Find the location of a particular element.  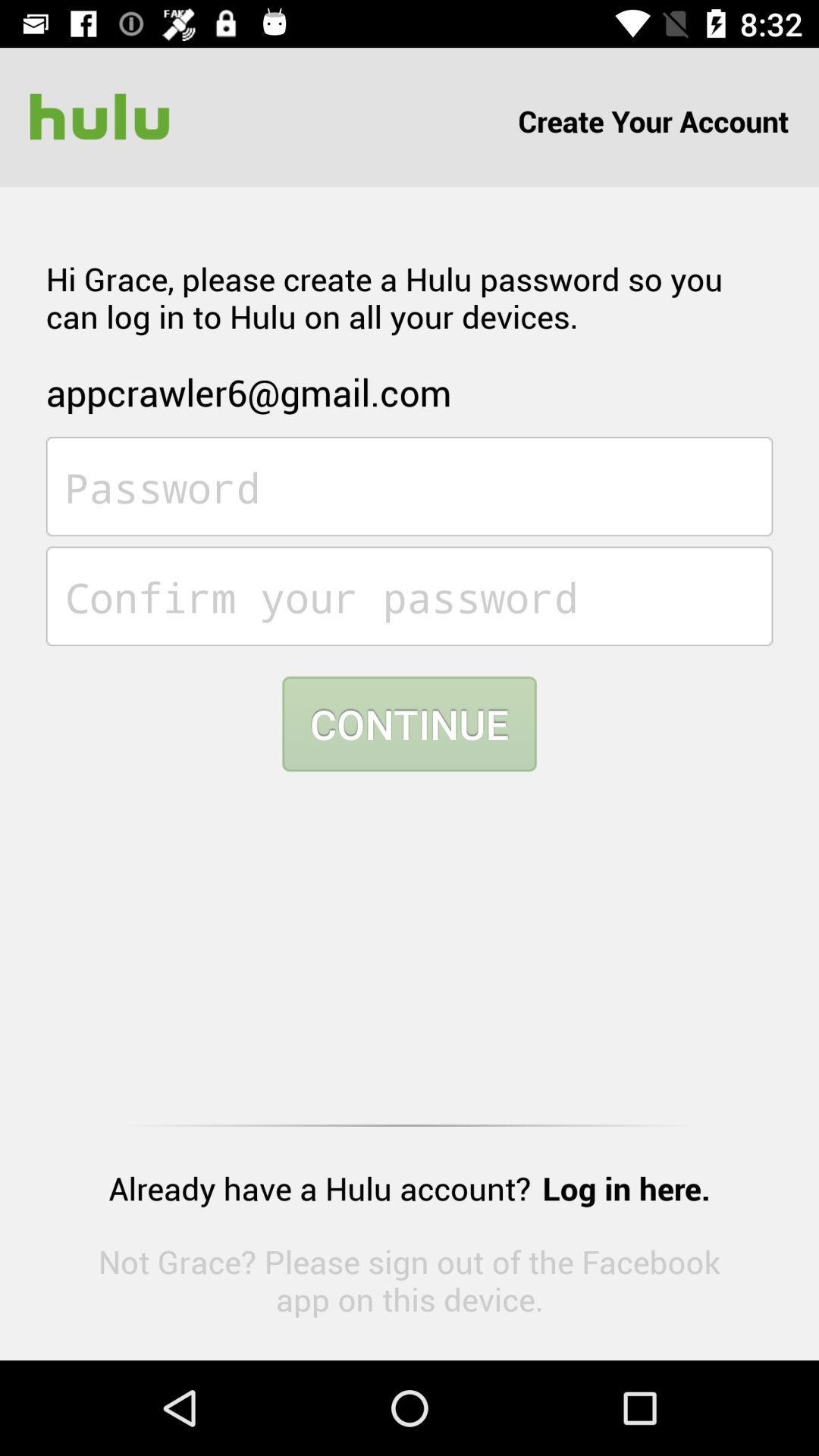

password is located at coordinates (409, 486).